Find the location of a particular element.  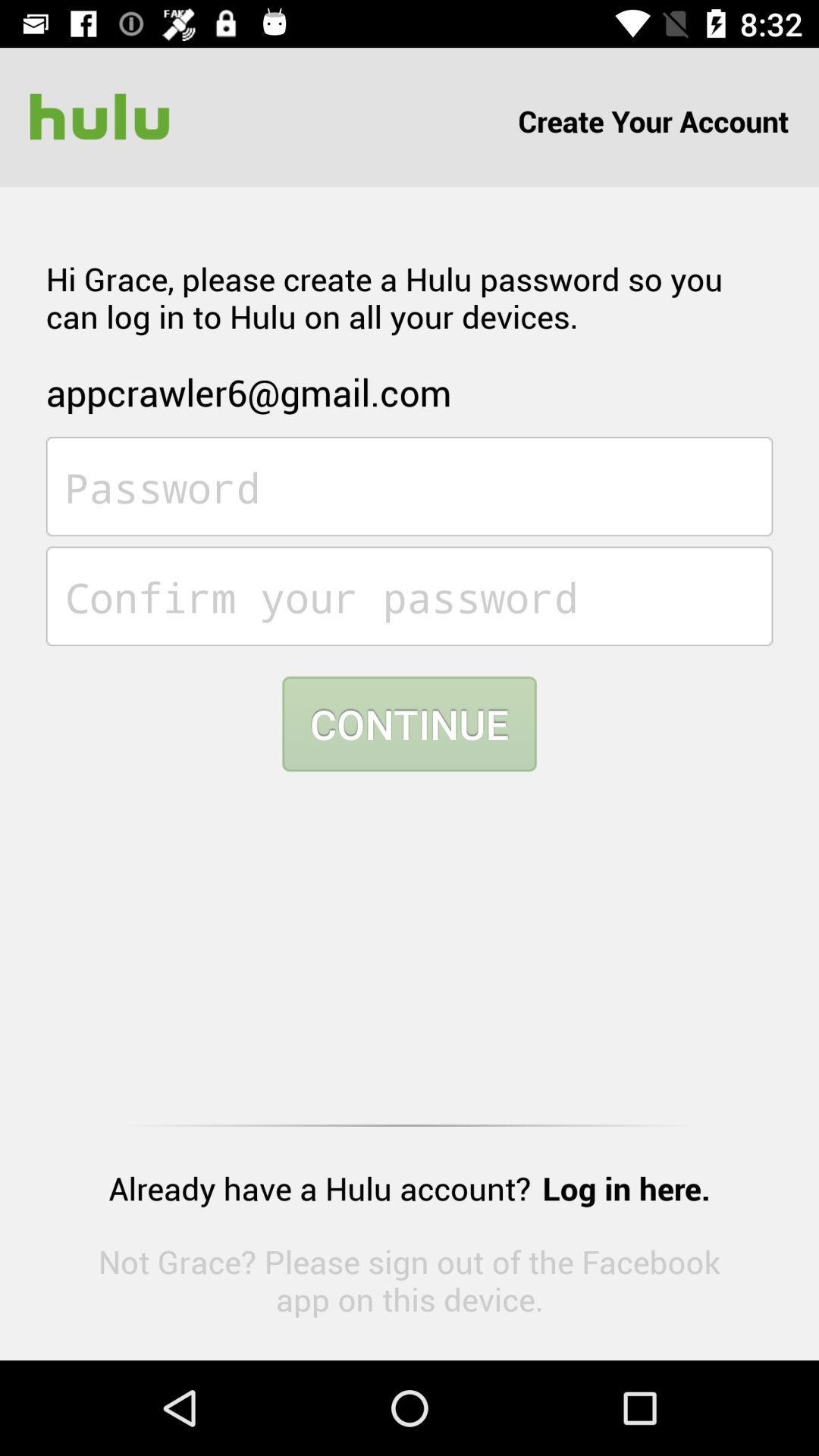

password is located at coordinates (409, 486).